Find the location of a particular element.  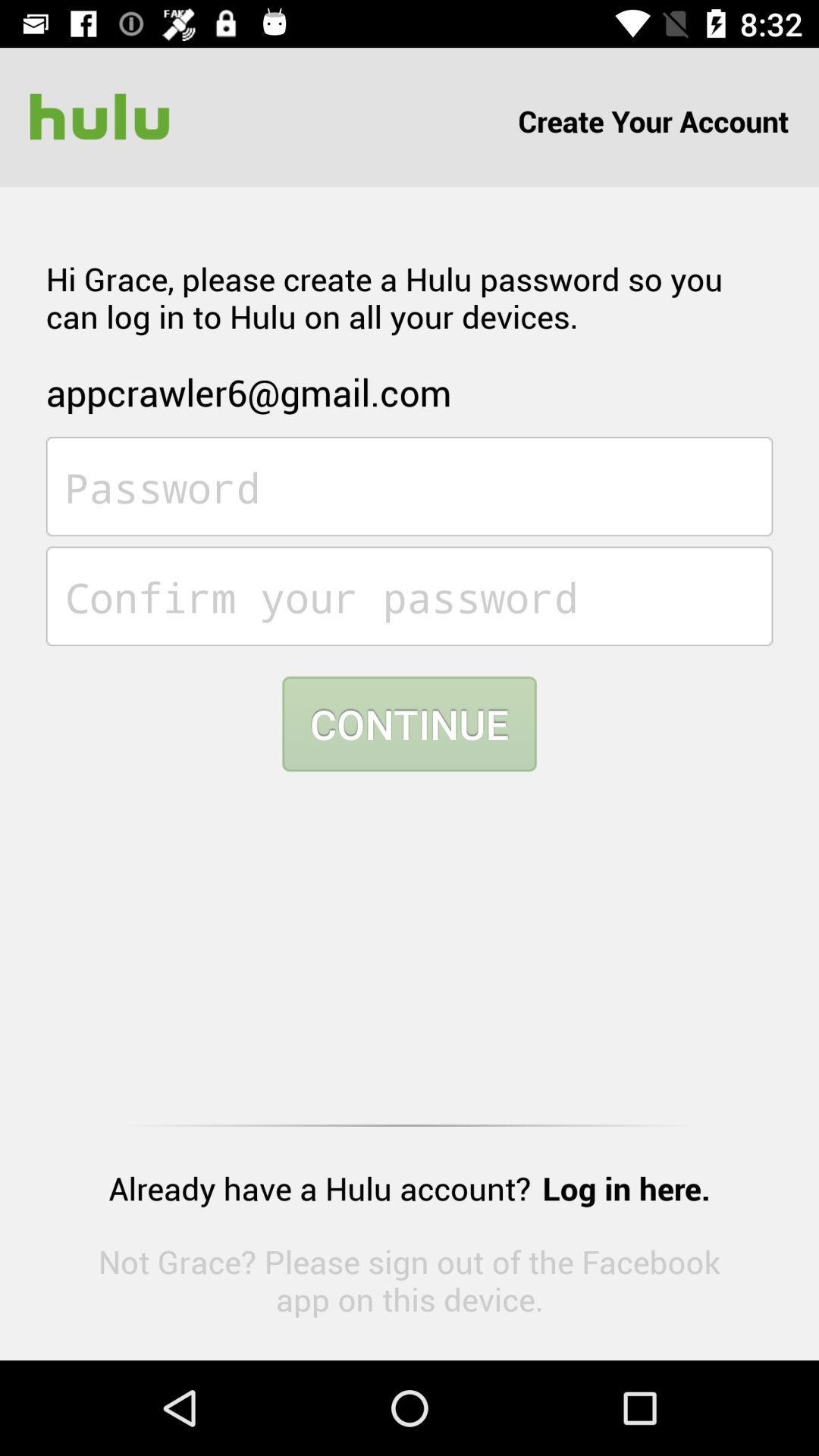

password is located at coordinates (409, 486).